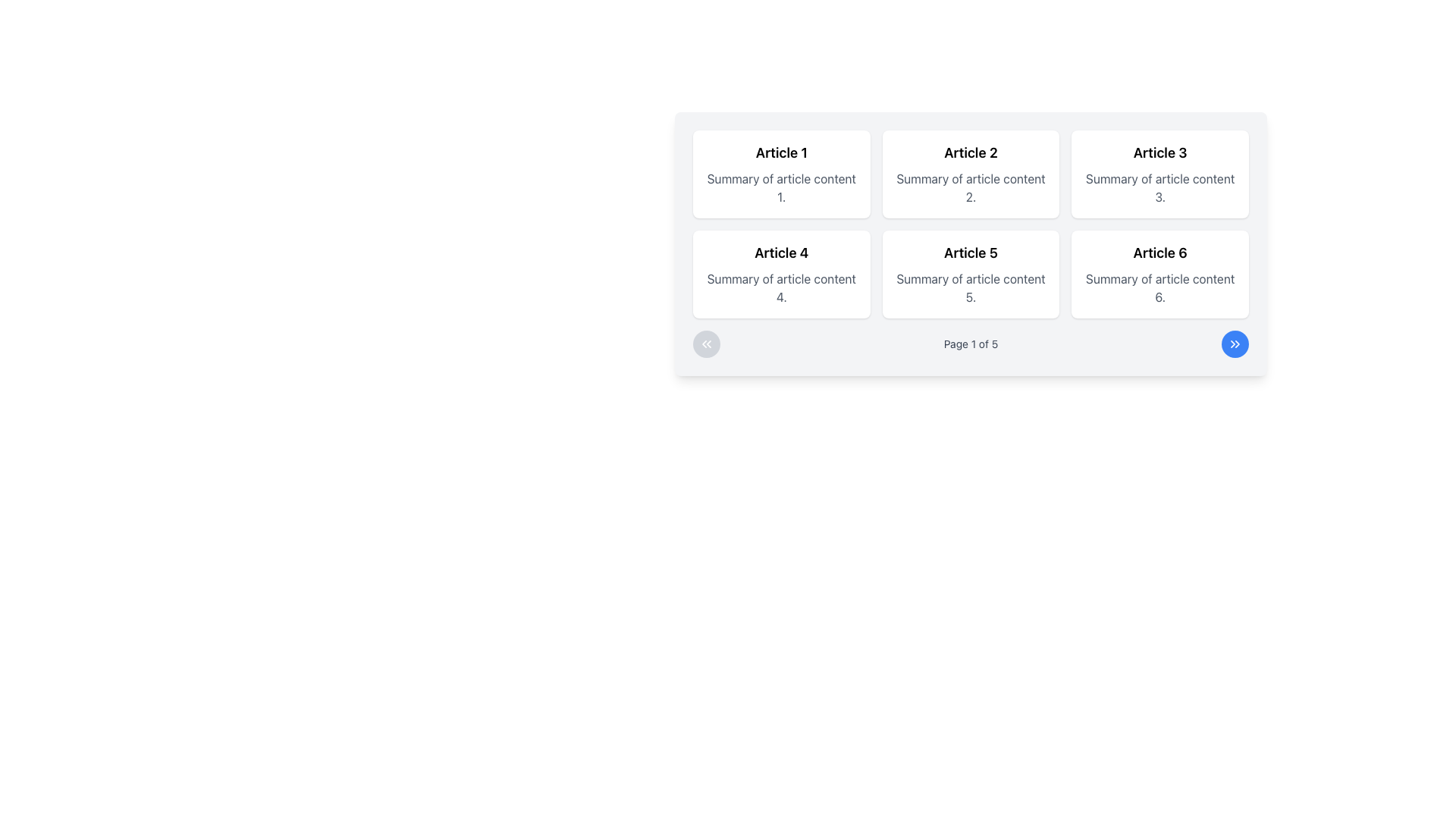  I want to click on the bold, black text label 'Article 6' located in the bottom-right card of a two-row, three-column grid to possibly reveal any tooltip or highlight, so click(1159, 253).